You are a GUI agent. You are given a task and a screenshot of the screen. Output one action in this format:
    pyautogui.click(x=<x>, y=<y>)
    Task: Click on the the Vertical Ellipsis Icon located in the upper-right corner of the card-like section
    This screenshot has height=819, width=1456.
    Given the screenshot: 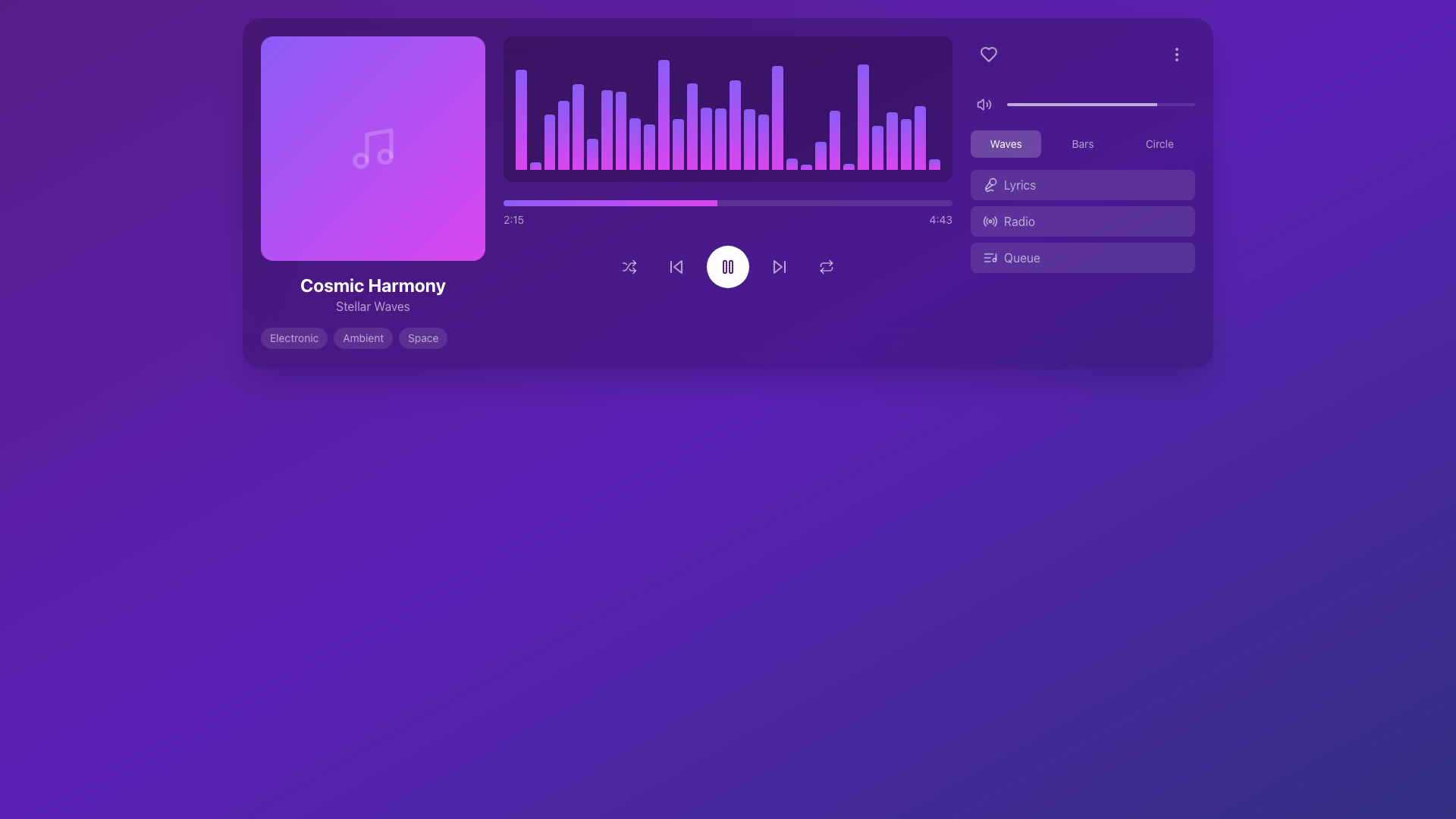 What is the action you would take?
    pyautogui.click(x=1175, y=54)
    